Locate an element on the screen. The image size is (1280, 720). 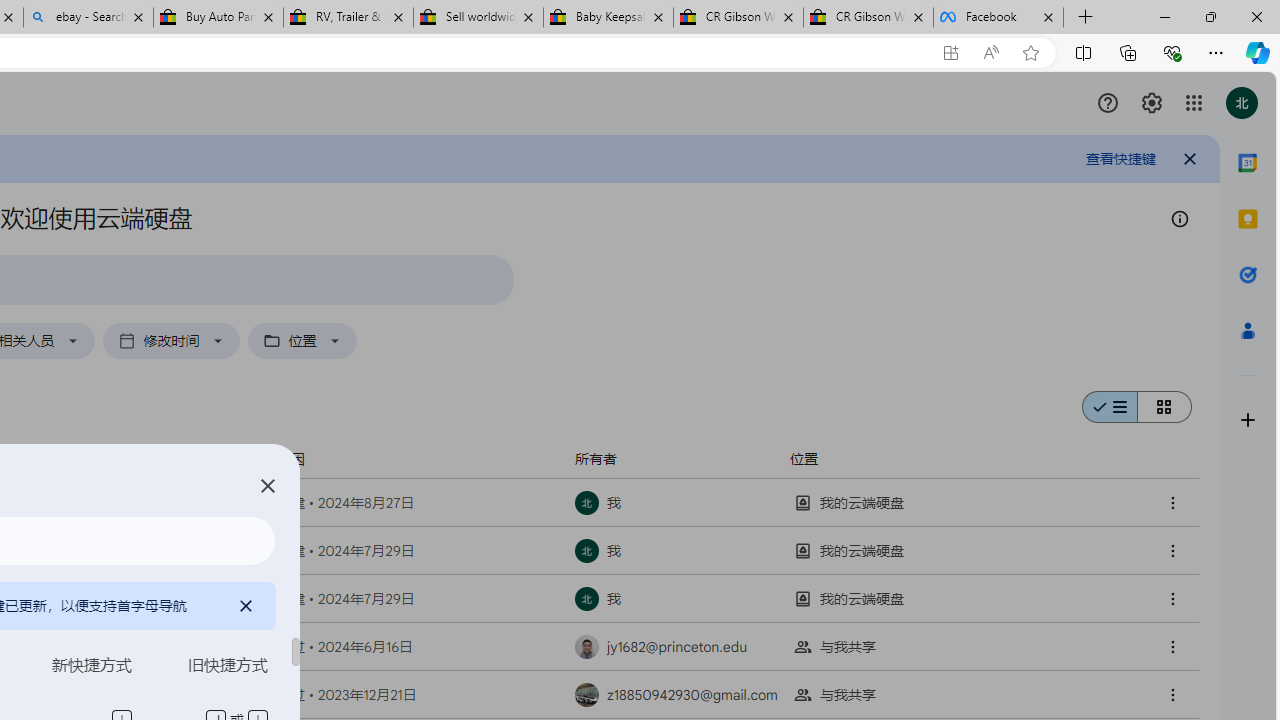
'Sell worldwide with eBay' is located at coordinates (477, 17).